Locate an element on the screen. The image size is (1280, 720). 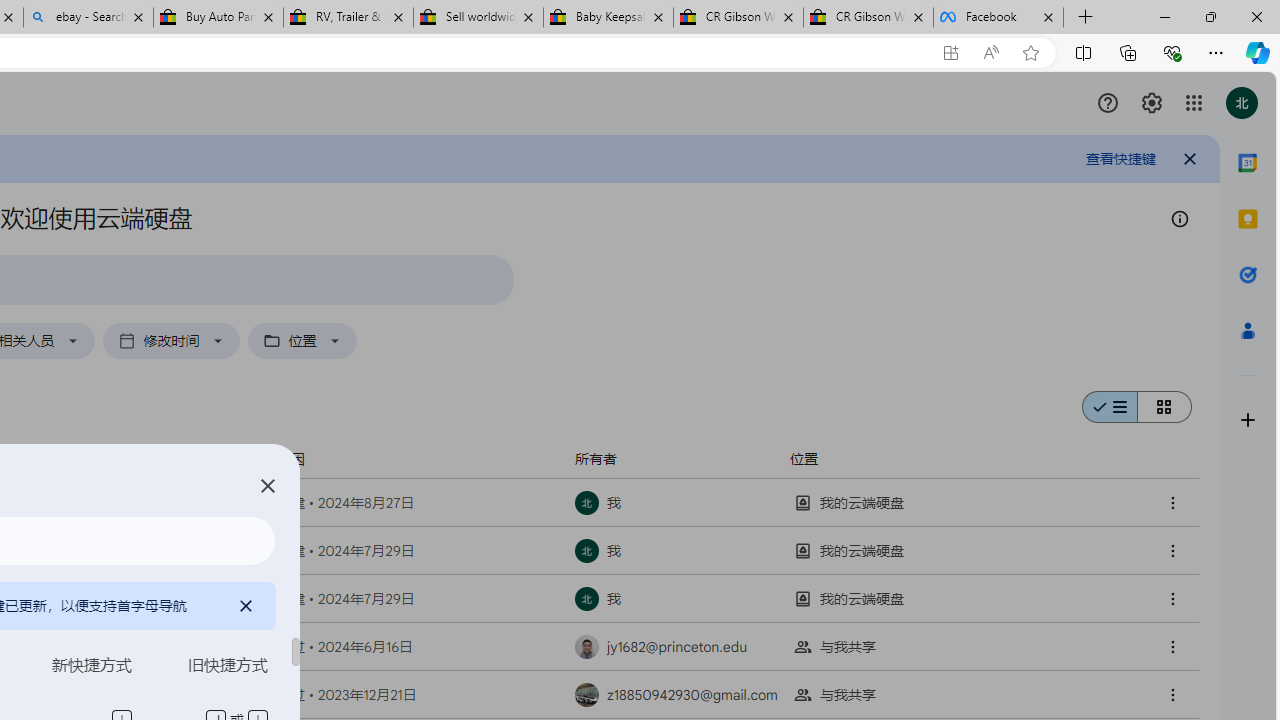
'Sell worldwide with eBay' is located at coordinates (477, 17).